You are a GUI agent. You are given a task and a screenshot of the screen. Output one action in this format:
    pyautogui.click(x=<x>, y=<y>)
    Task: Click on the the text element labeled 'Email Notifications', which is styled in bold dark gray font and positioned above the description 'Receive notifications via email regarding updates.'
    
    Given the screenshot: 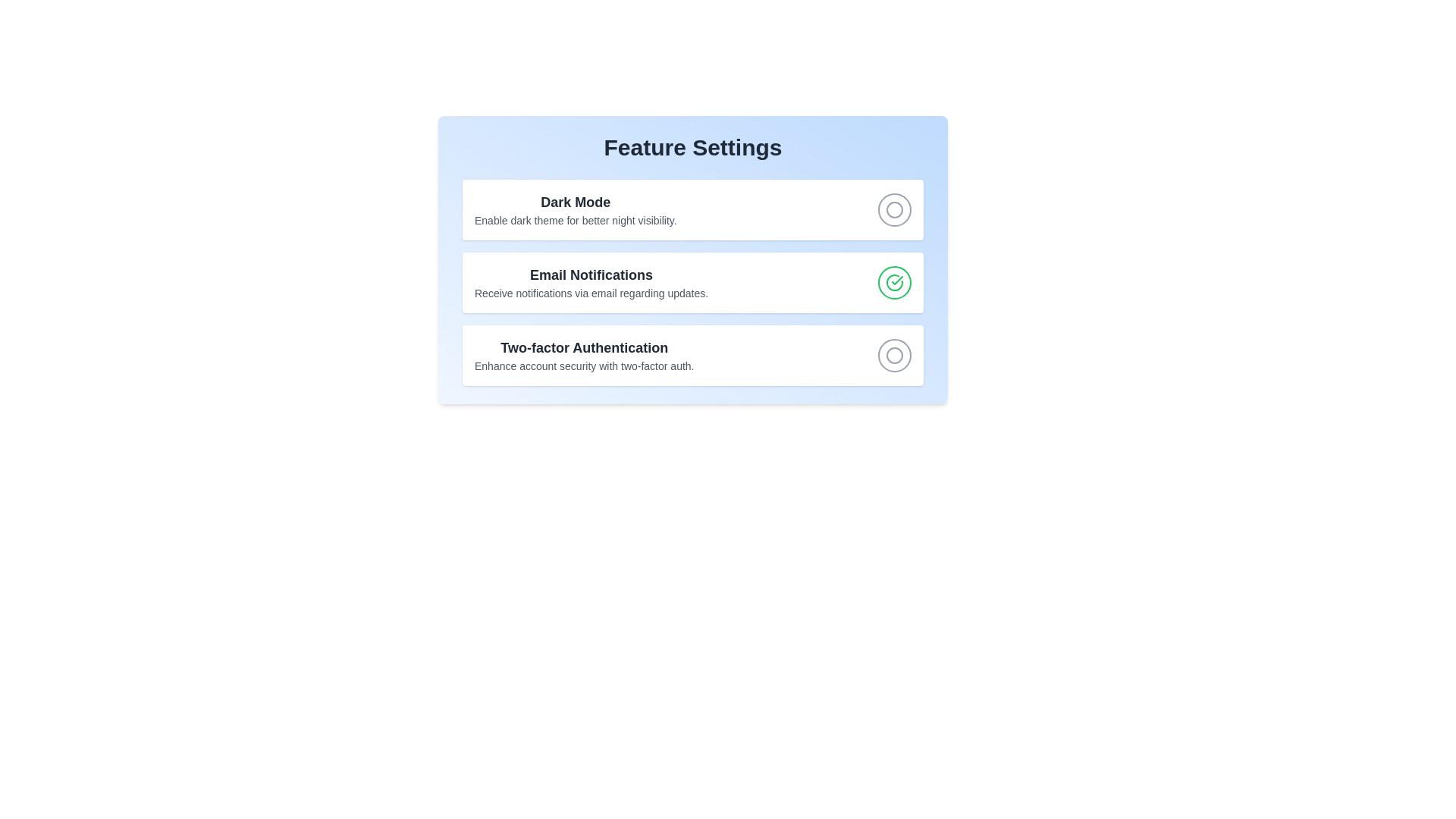 What is the action you would take?
    pyautogui.click(x=591, y=275)
    